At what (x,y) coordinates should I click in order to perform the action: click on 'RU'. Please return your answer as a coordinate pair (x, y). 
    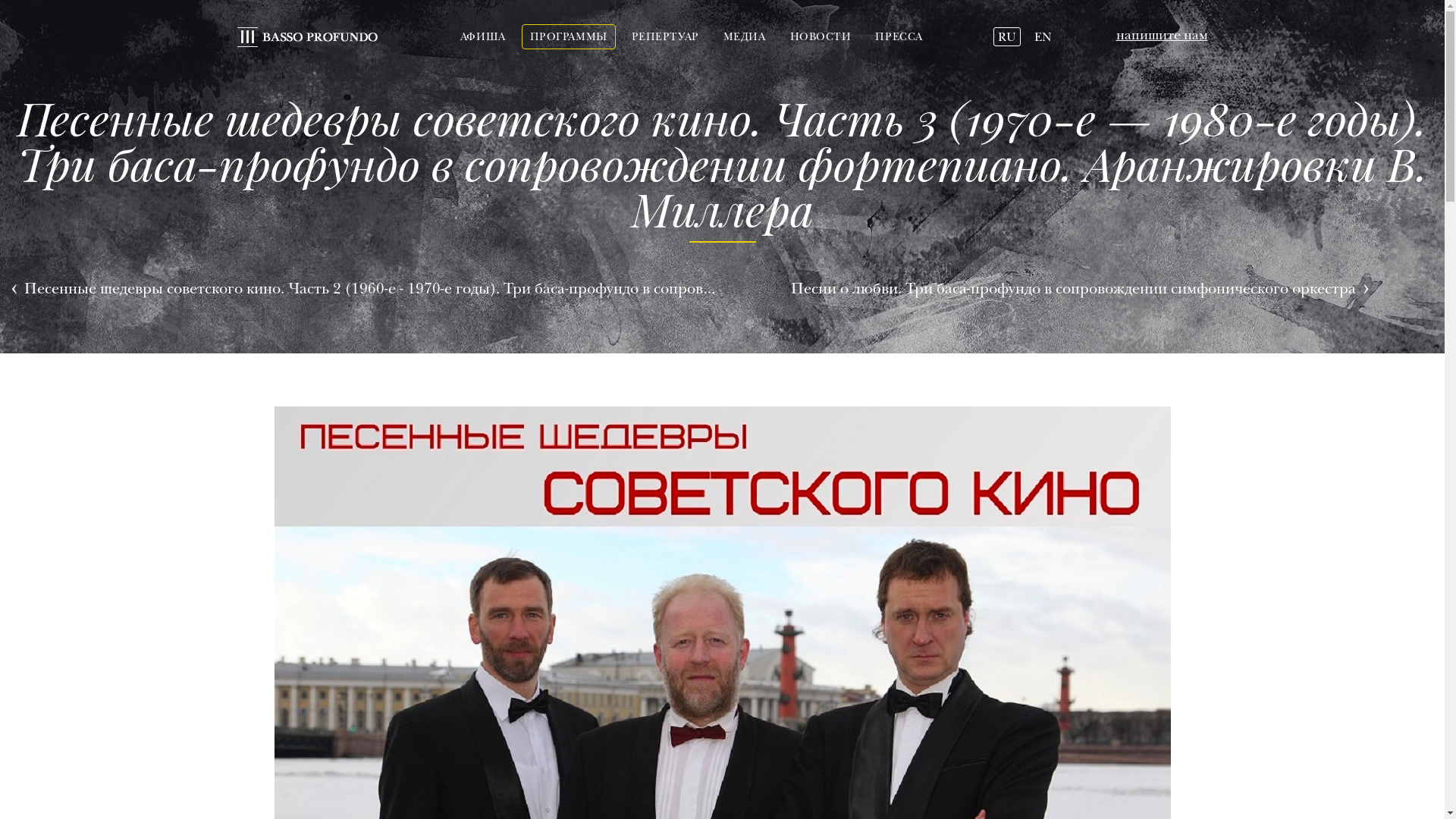
    Looking at the image, I should click on (993, 36).